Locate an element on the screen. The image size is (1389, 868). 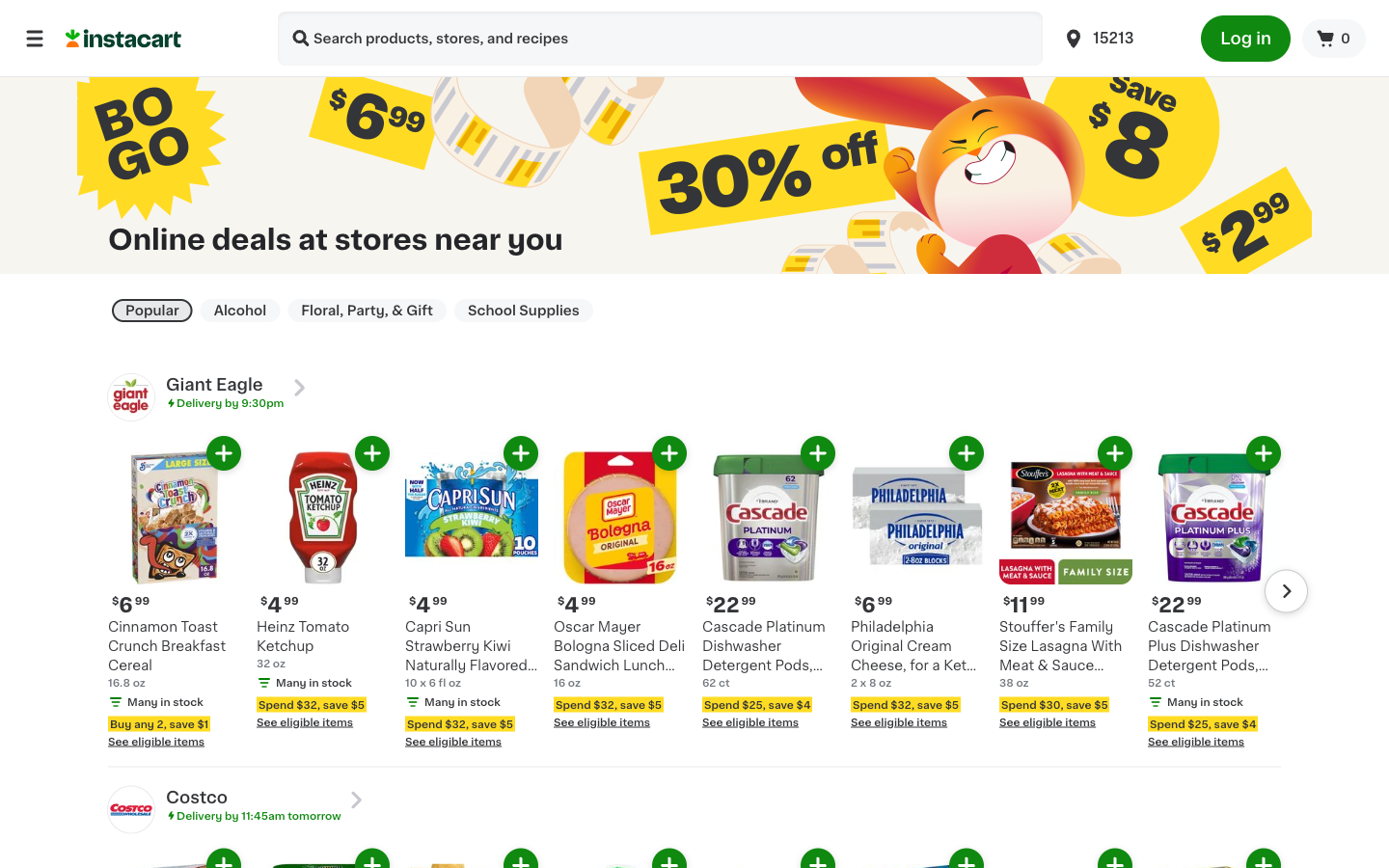
Get  all eligible items for discount offer with Cinnamon Toast Breakfast is located at coordinates (202, 754).